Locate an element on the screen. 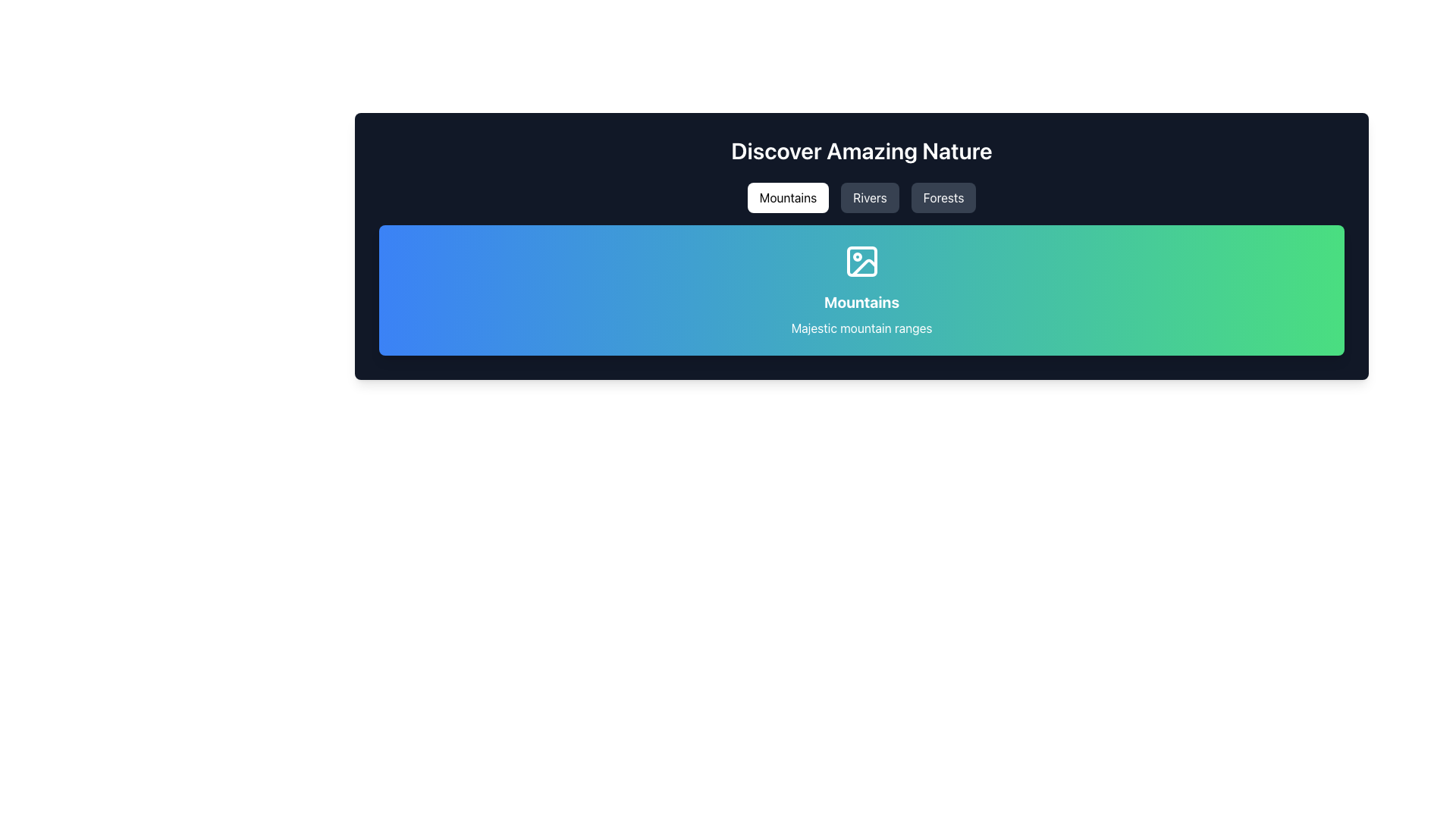 This screenshot has width=1456, height=819. the rounded rectangular button labeled 'Mountains' is located at coordinates (788, 197).